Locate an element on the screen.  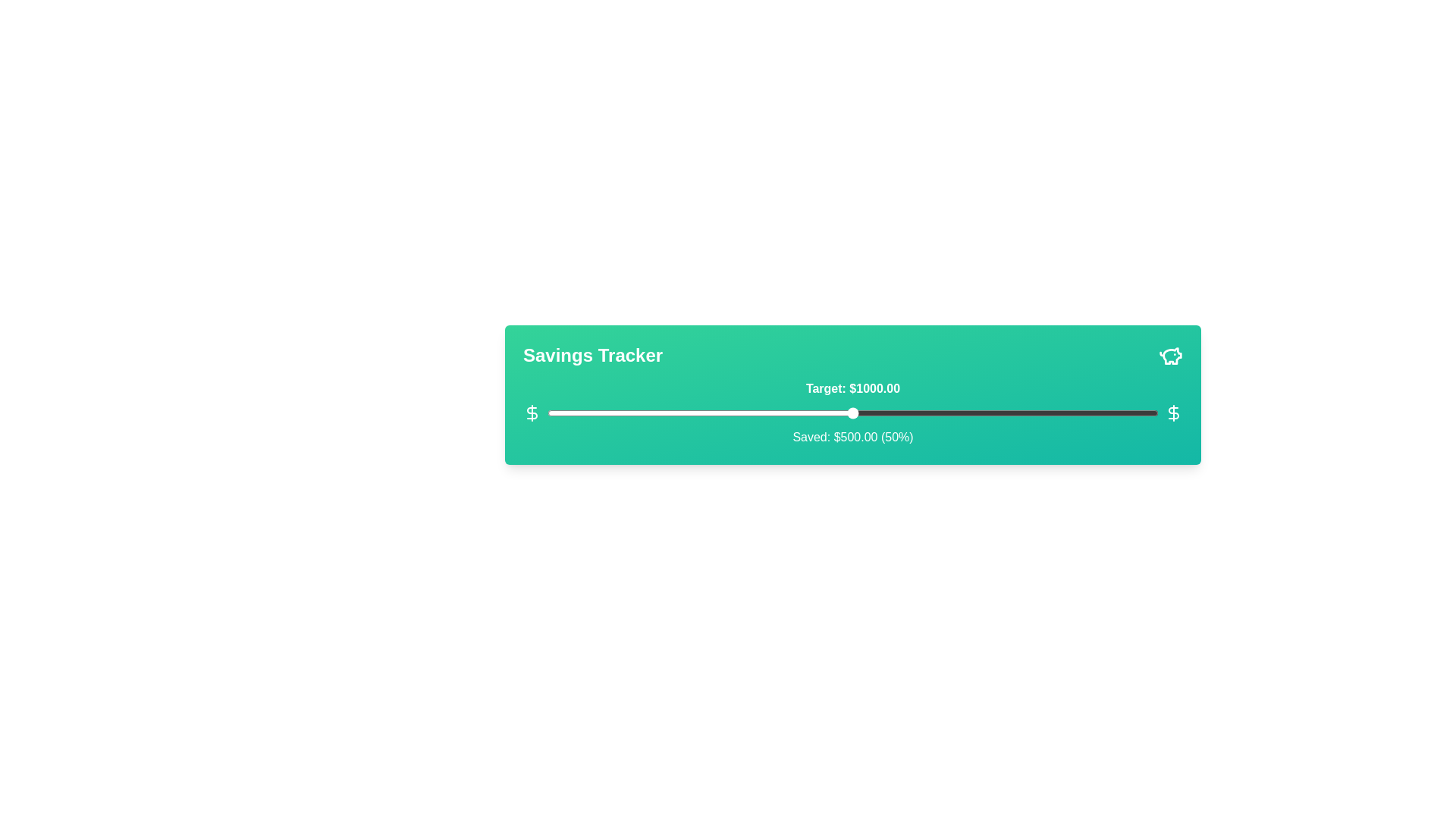
the savings tracker is located at coordinates (937, 413).